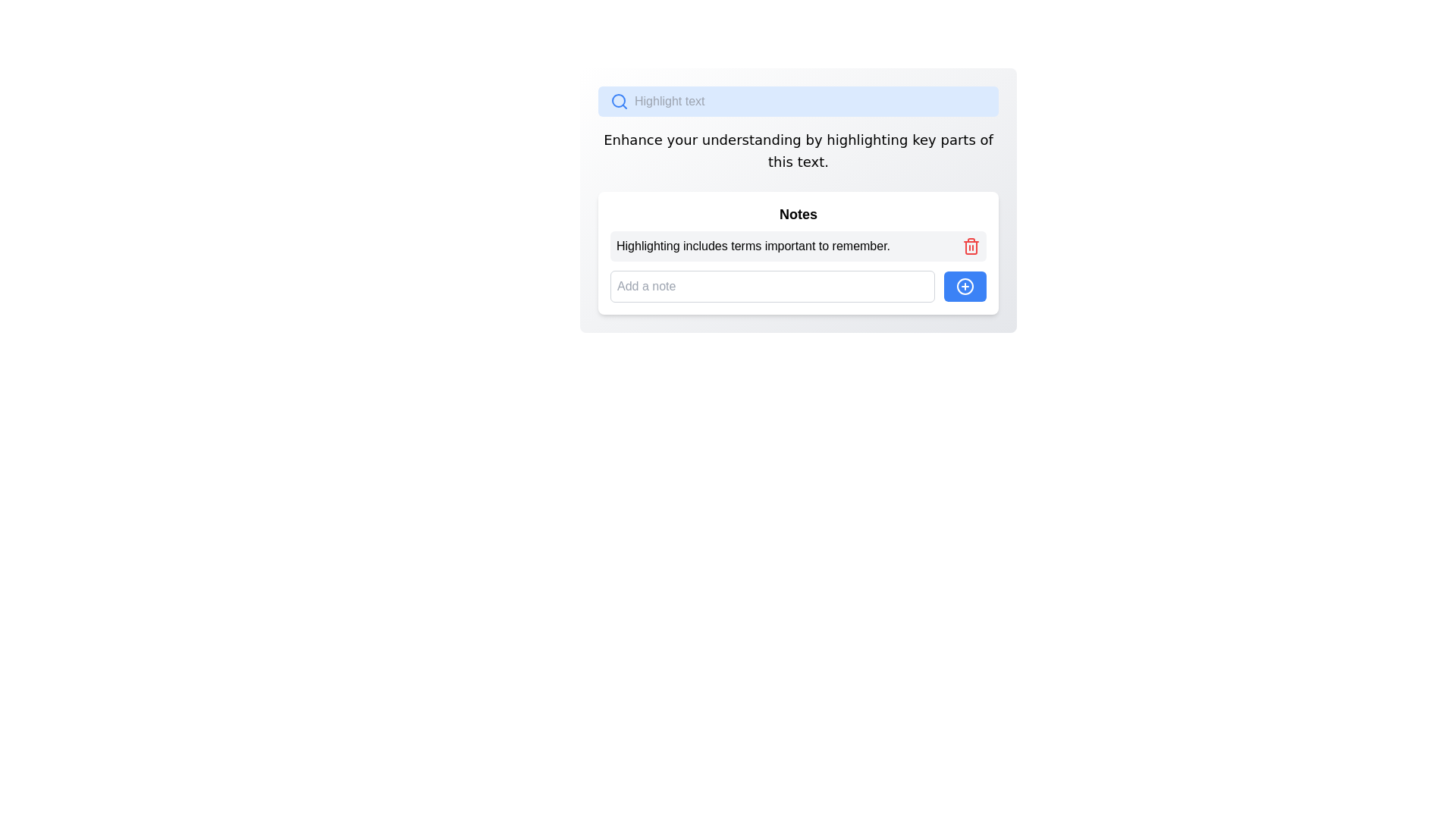  I want to click on the generic spacer or text placeholder element located between the words 'by' and 'highlighting' in the text 'Enhance your understanding by highlighting key parts of this text.', so click(802, 140).